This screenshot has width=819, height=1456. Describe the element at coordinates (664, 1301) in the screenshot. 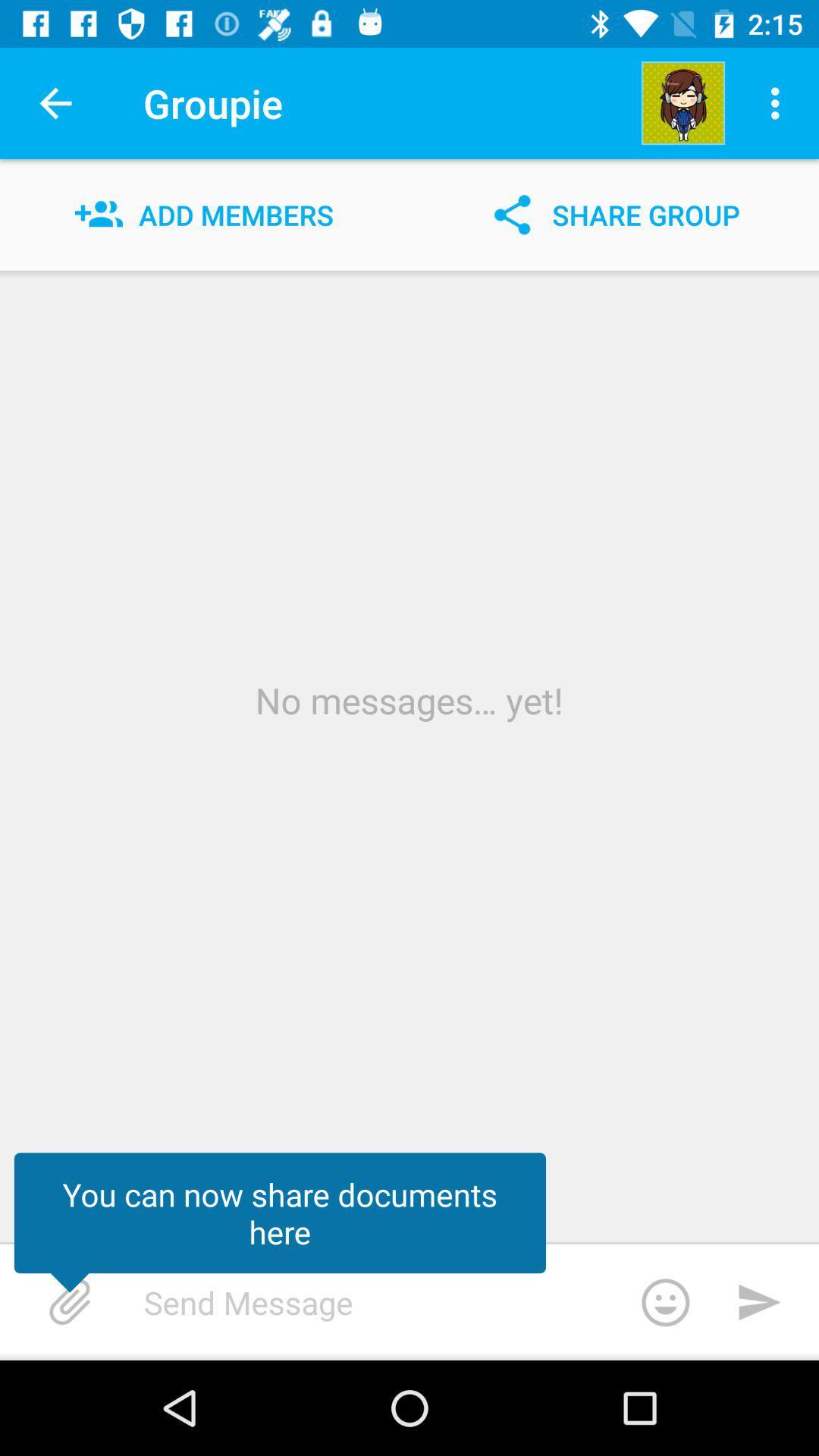

I see `the emoji icon` at that location.